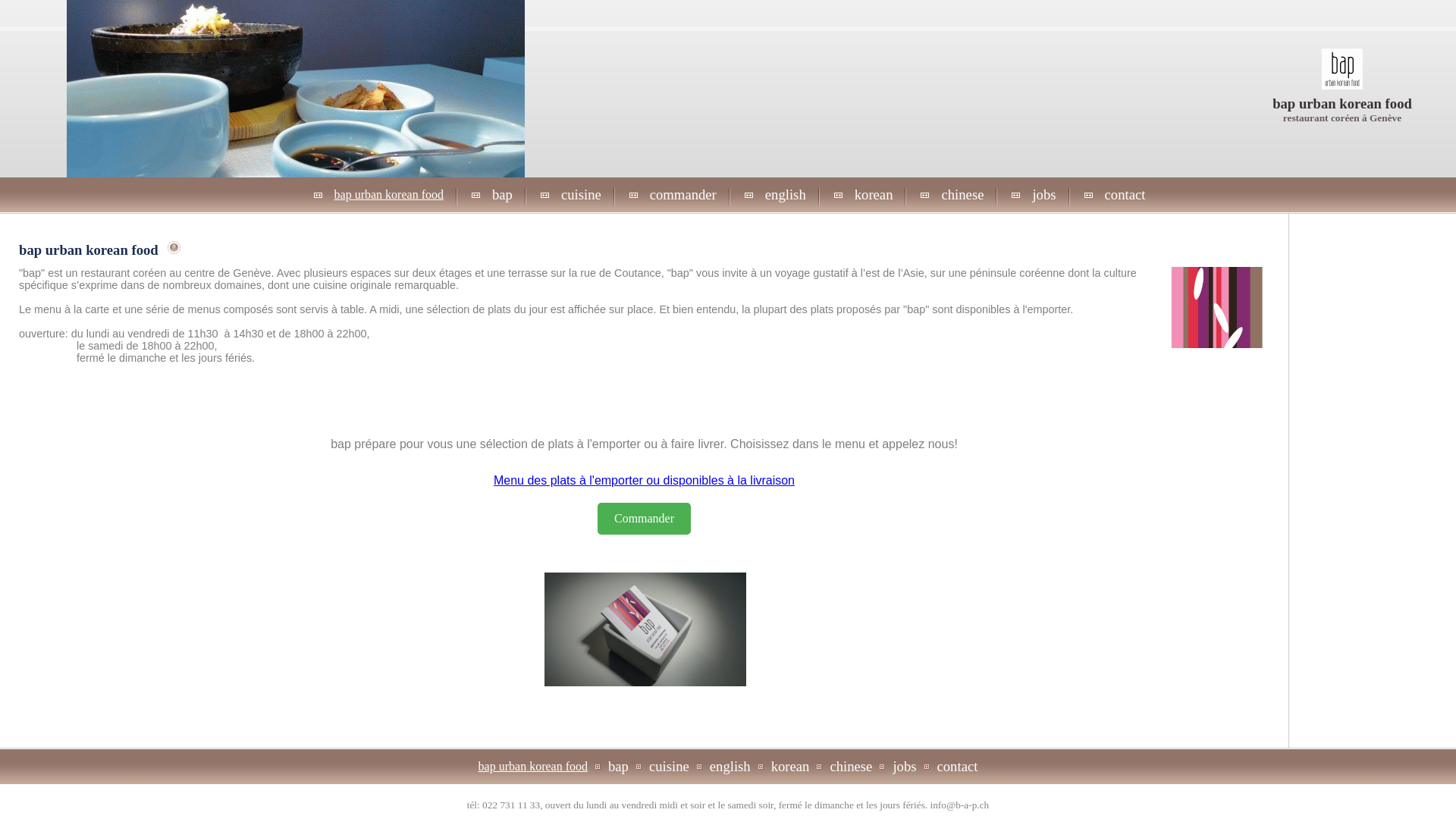 The width and height of the screenshot is (1456, 819). What do you see at coordinates (490, 193) in the screenshot?
I see `'bap'` at bounding box center [490, 193].